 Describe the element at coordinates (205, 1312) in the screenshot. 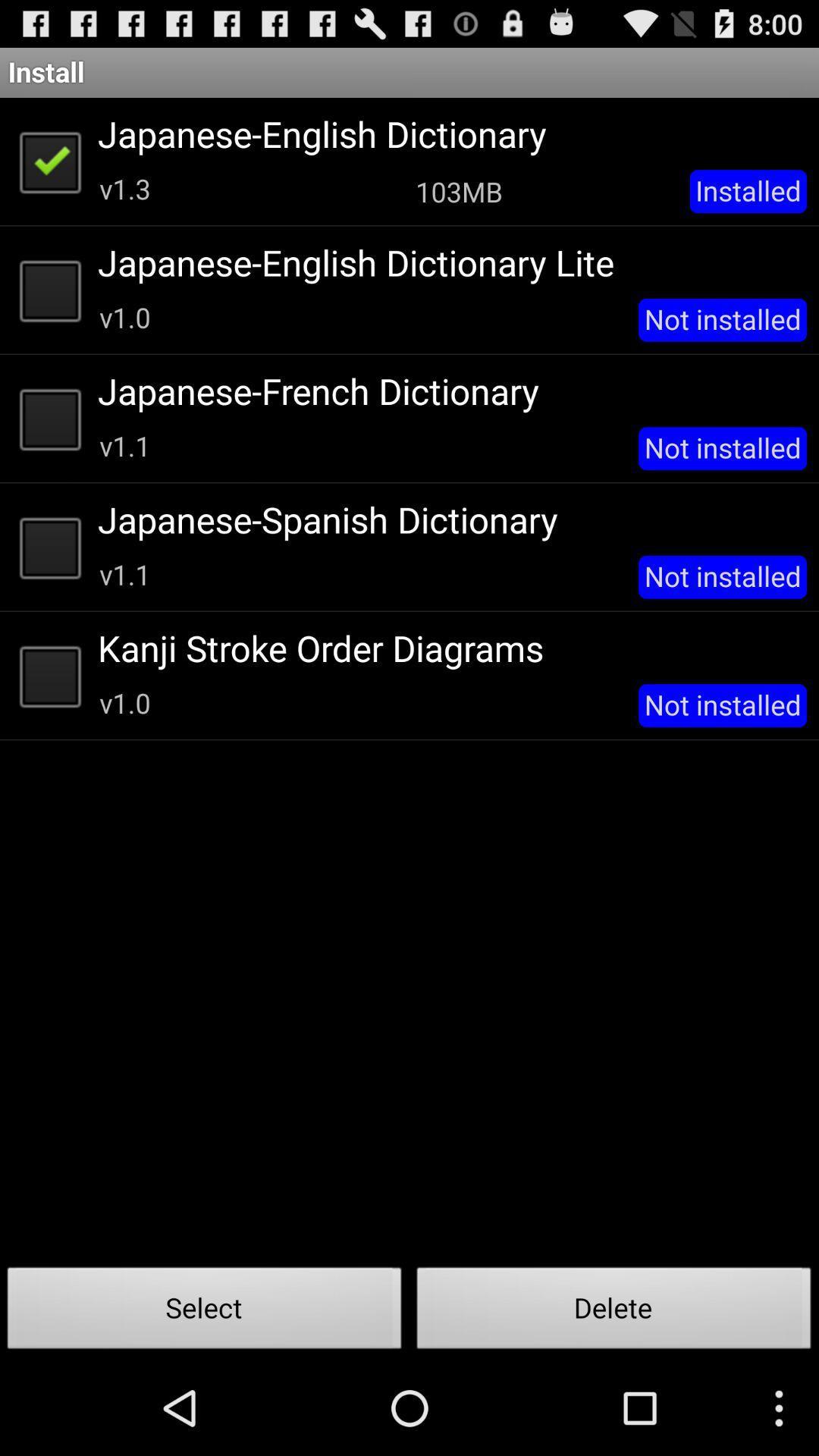

I see `the select button` at that location.